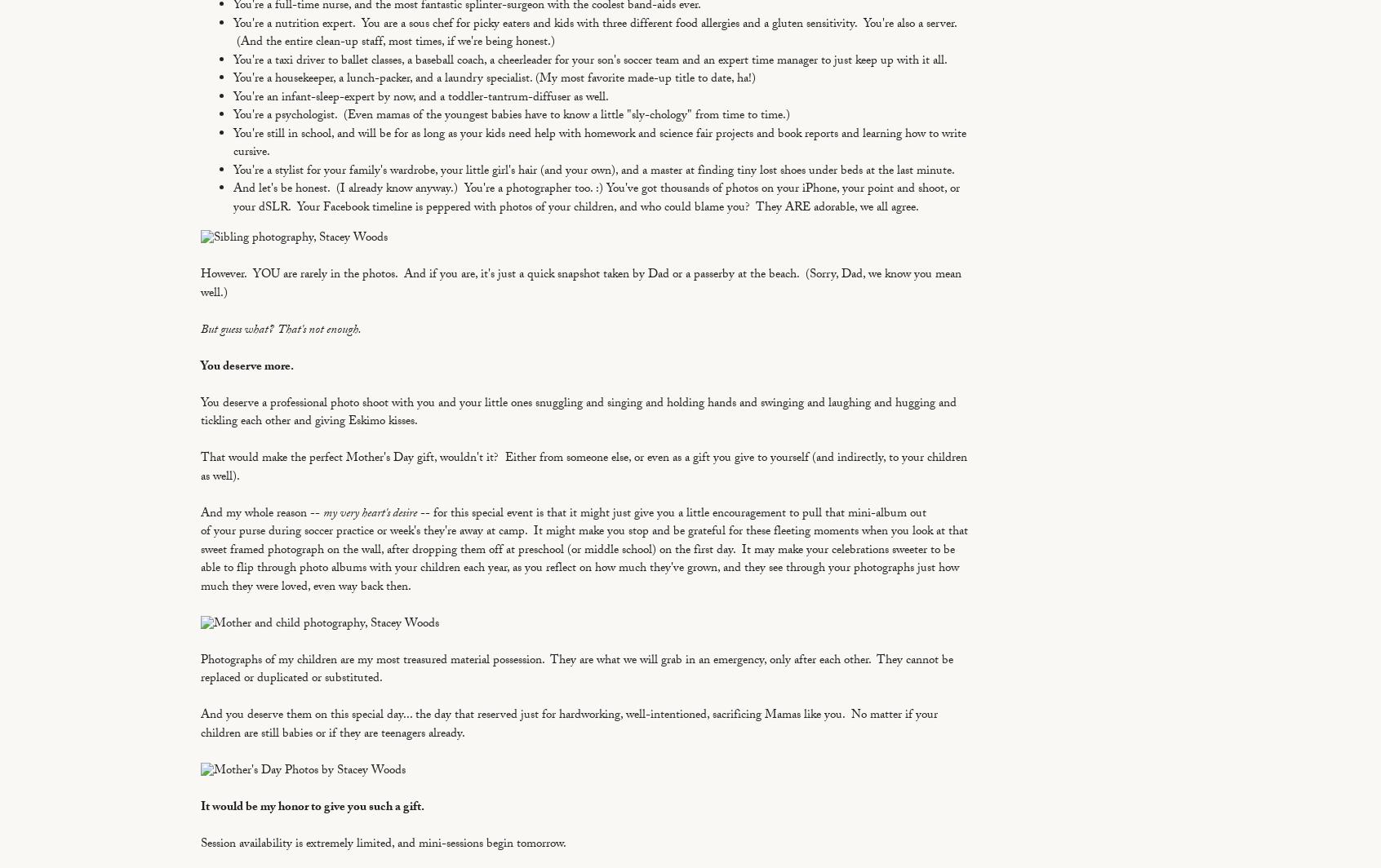 The image size is (1381, 868). What do you see at coordinates (369, 513) in the screenshot?
I see `'my very heart's desire'` at bounding box center [369, 513].